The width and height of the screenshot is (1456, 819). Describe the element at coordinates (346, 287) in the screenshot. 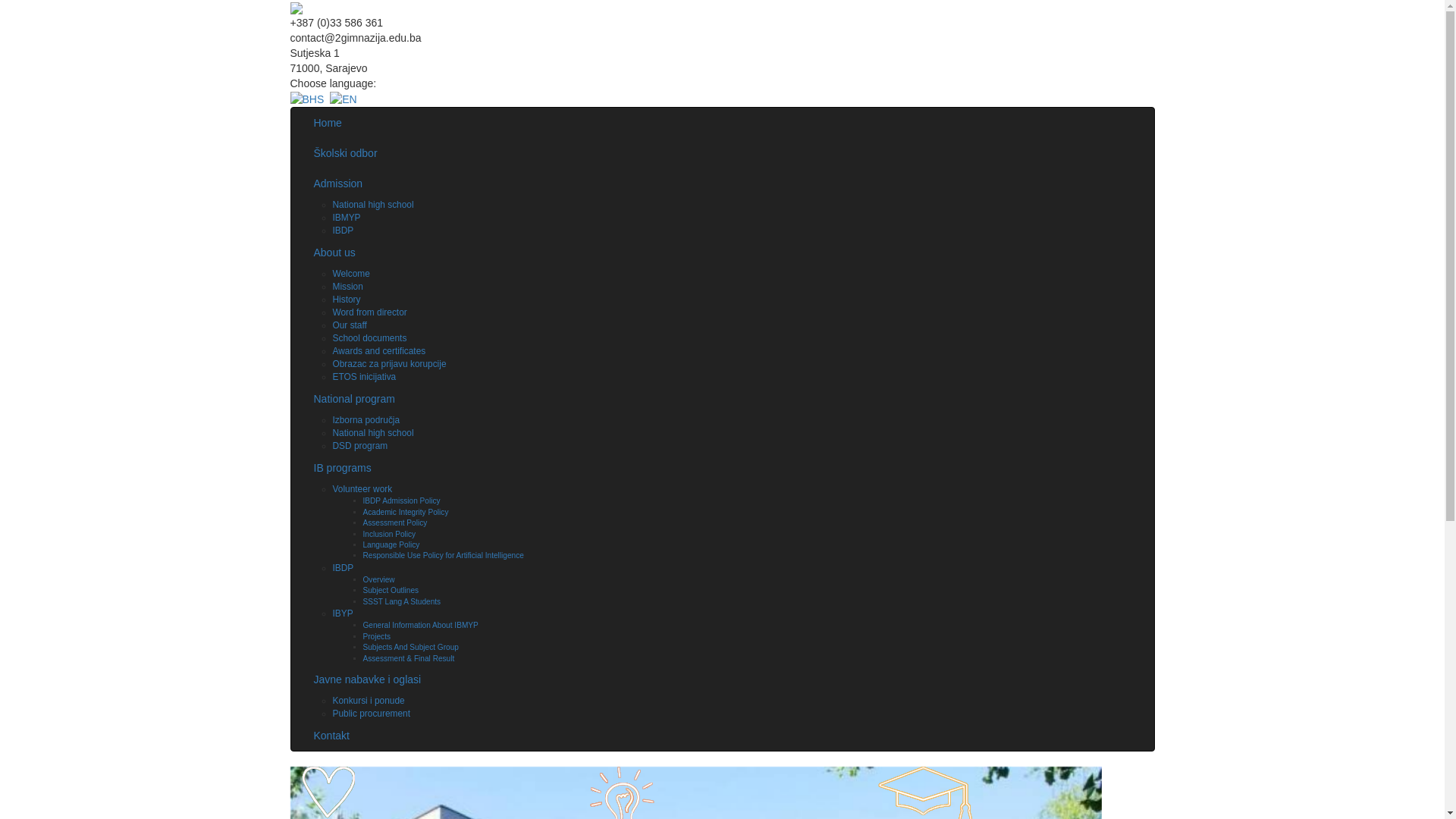

I see `'Mission'` at that location.